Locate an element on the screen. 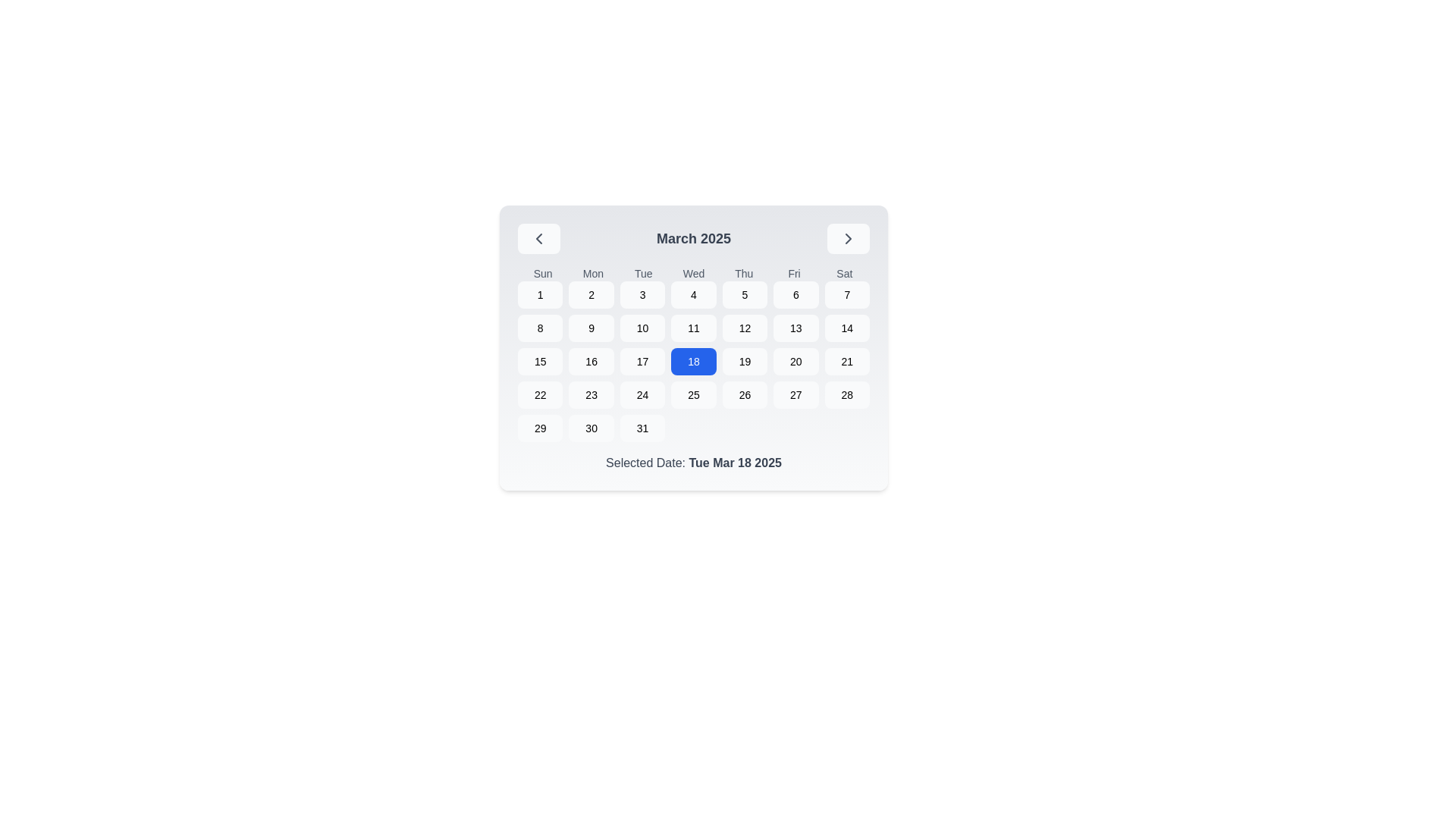 The height and width of the screenshot is (819, 1456). the left-pointing chevron icon within the navigation button at the top-left corner of the calendar interface is located at coordinates (538, 239).